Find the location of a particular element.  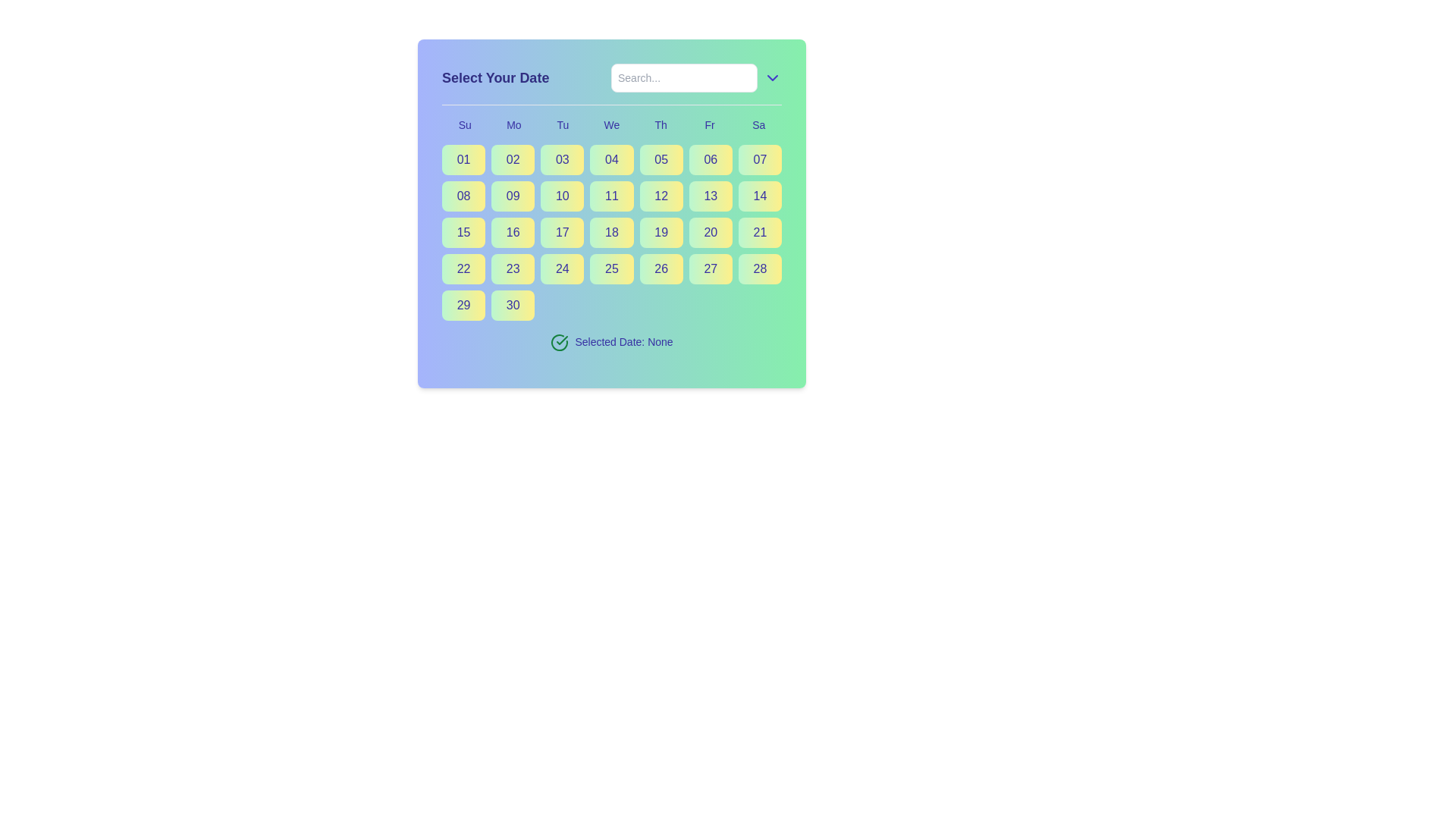

the button labeled '21' with a gradient background transitioning from green to yellow to trigger the visual hover effect is located at coordinates (760, 233).